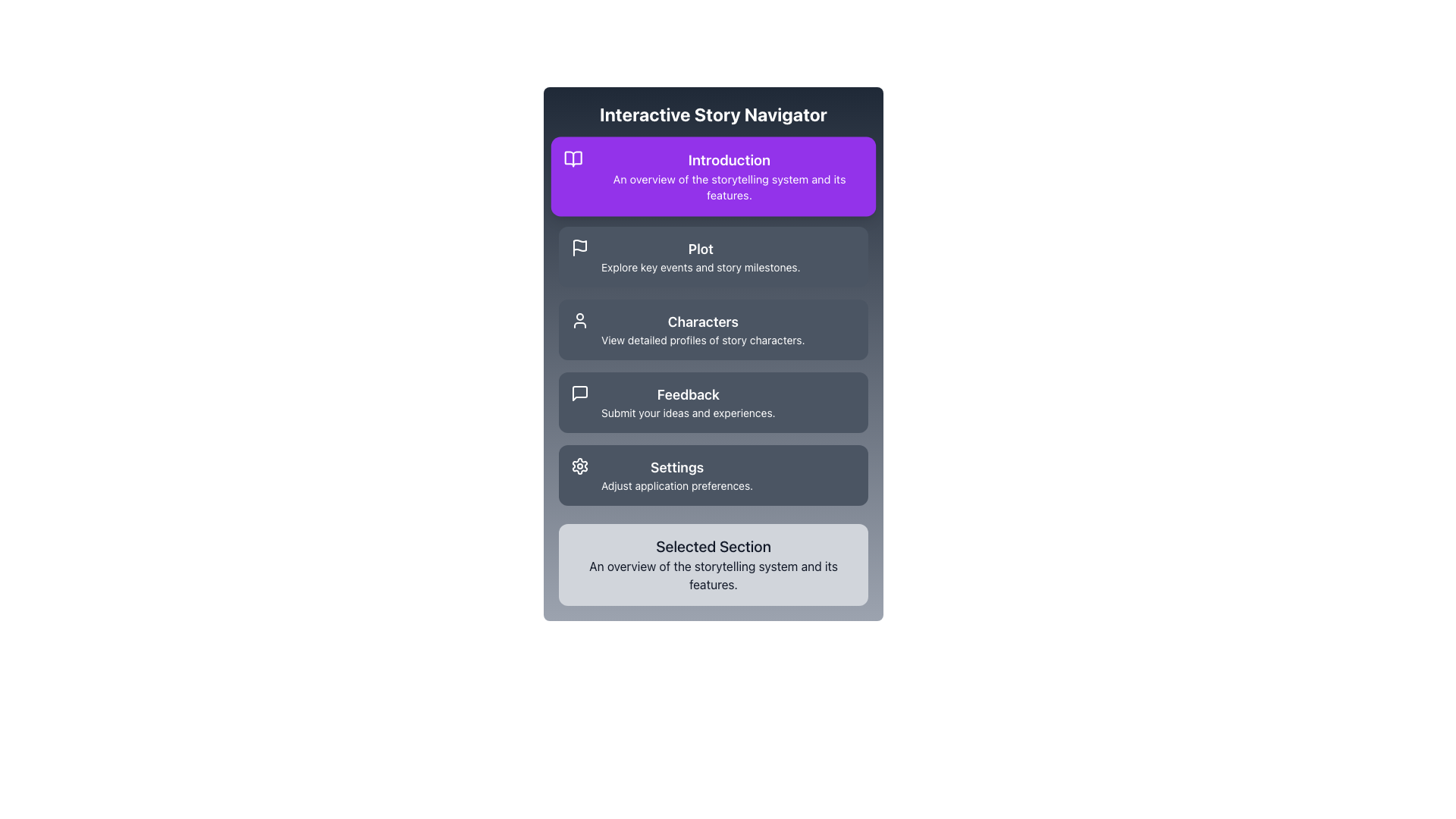 This screenshot has width=1456, height=819. What do you see at coordinates (676, 467) in the screenshot?
I see `the 'Settings' text label, which is styled with bold white font on a dark blue background, located in the lower section of a vertical menu` at bounding box center [676, 467].